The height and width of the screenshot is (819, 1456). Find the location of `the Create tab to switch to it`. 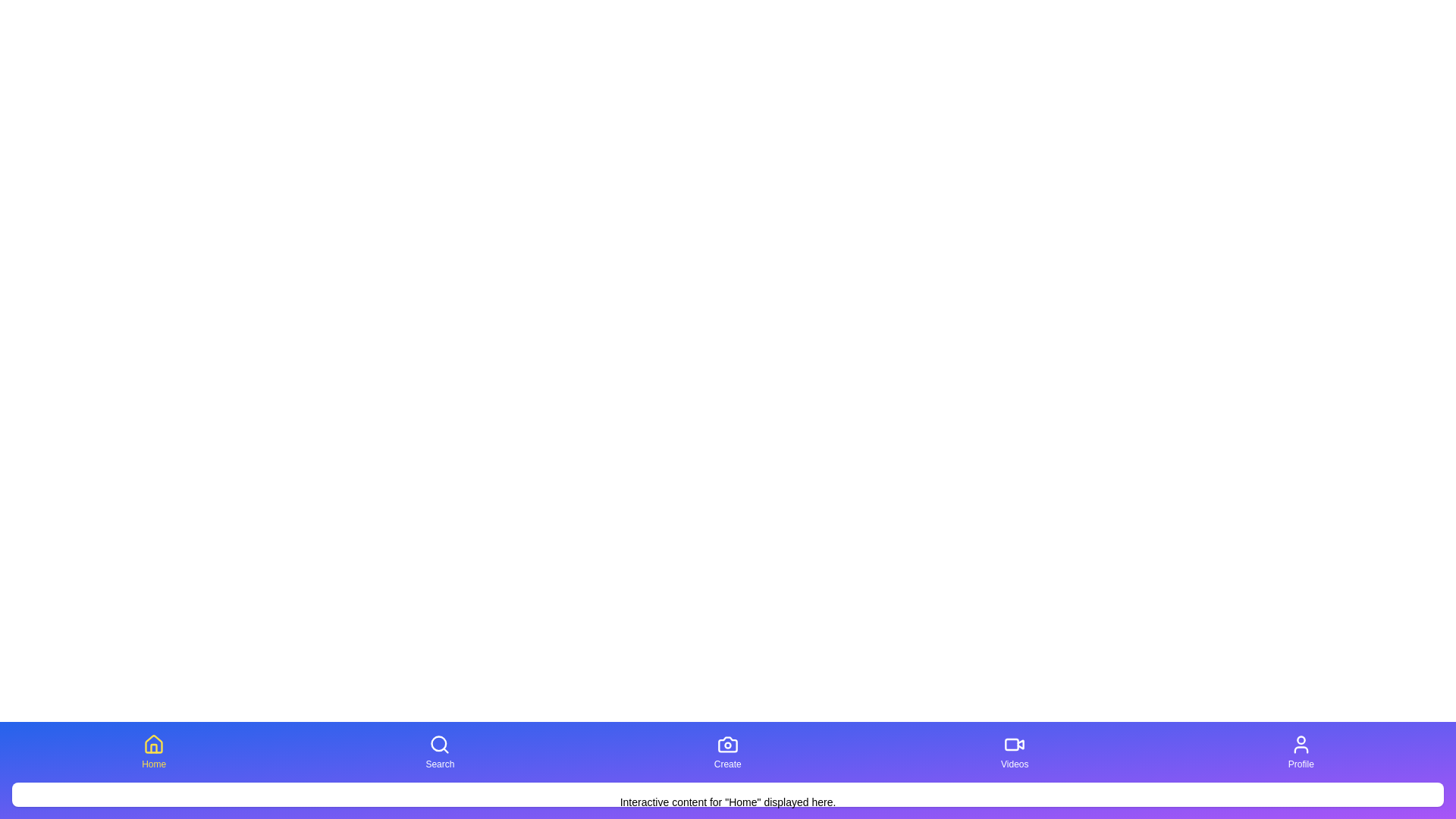

the Create tab to switch to it is located at coordinates (728, 752).